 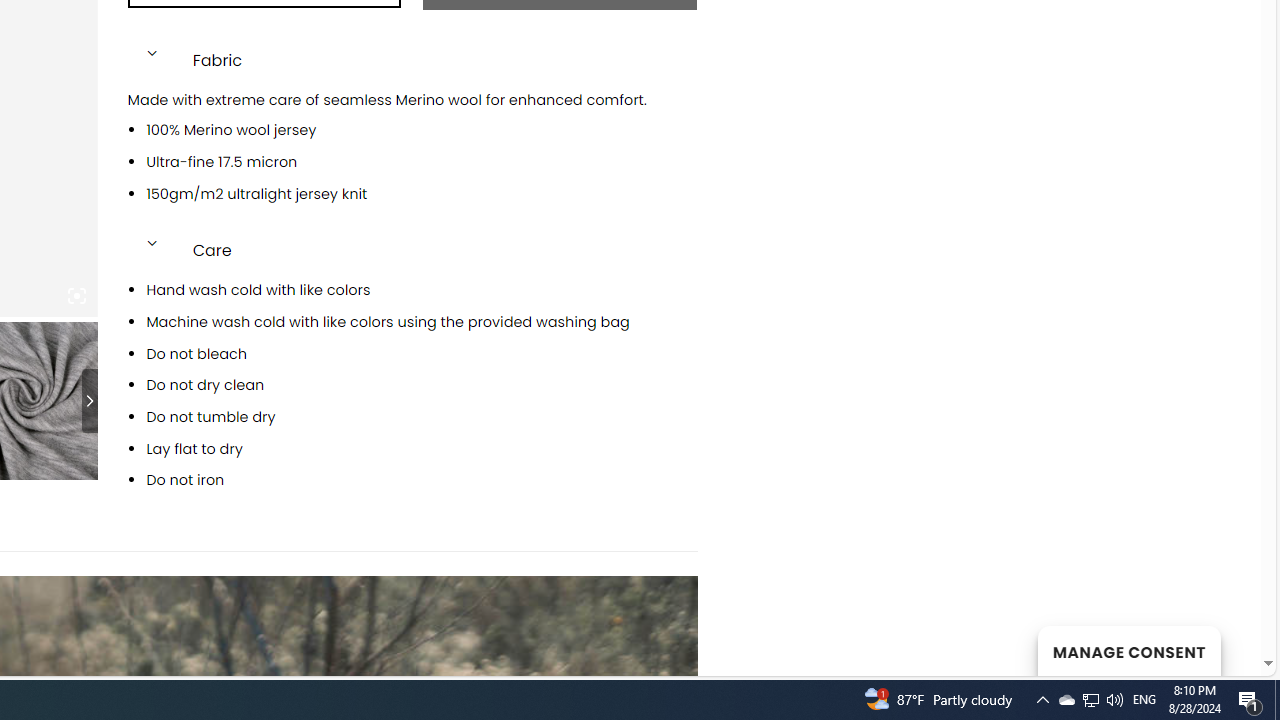 I want to click on 'Class: iconic-woothumbs-fullscreen', so click(x=76, y=296).